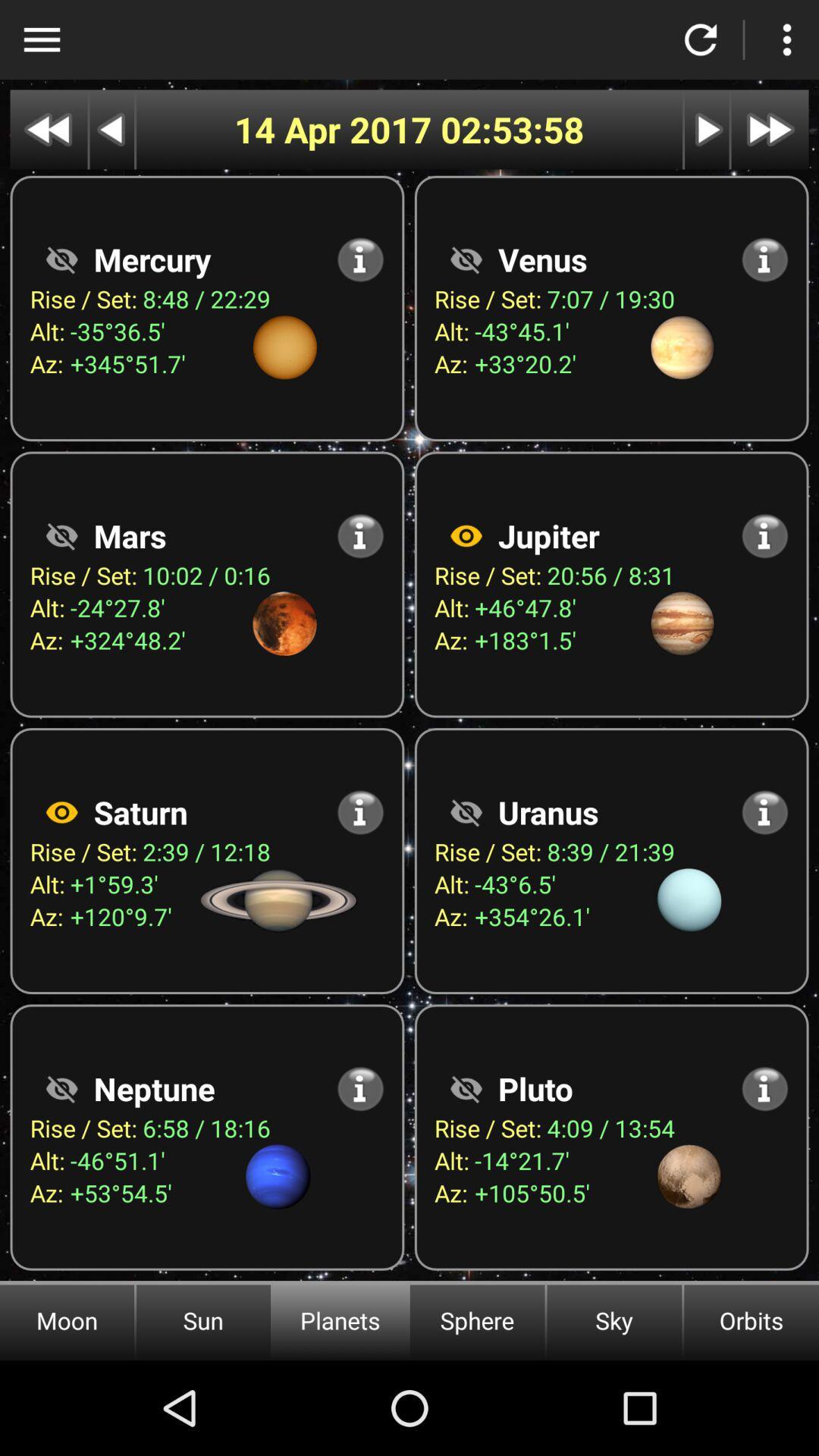 The width and height of the screenshot is (819, 1456). I want to click on fast forward, so click(770, 130).